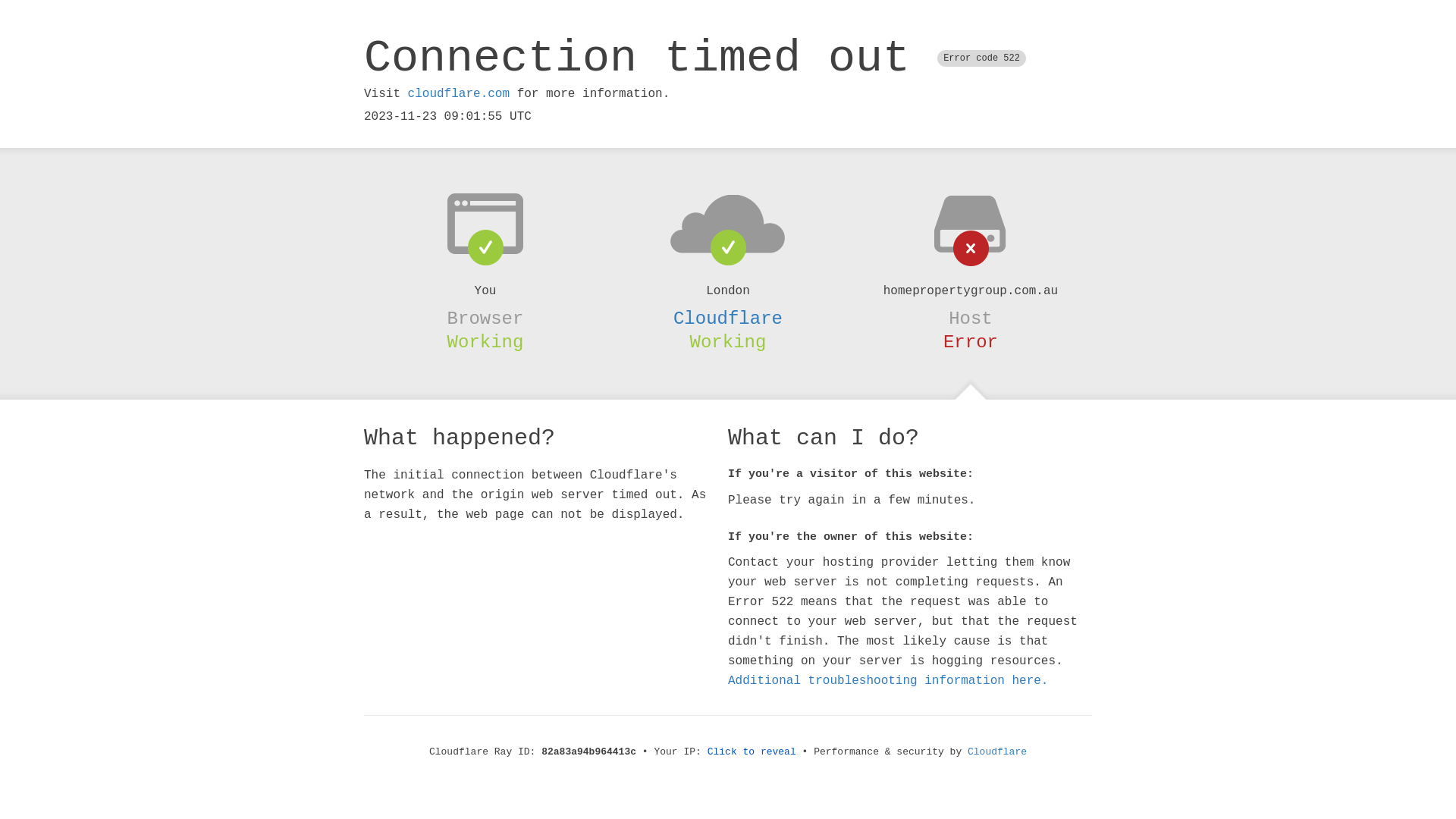 This screenshot has width=1456, height=819. I want to click on 'cloudflare.com', so click(457, 93).